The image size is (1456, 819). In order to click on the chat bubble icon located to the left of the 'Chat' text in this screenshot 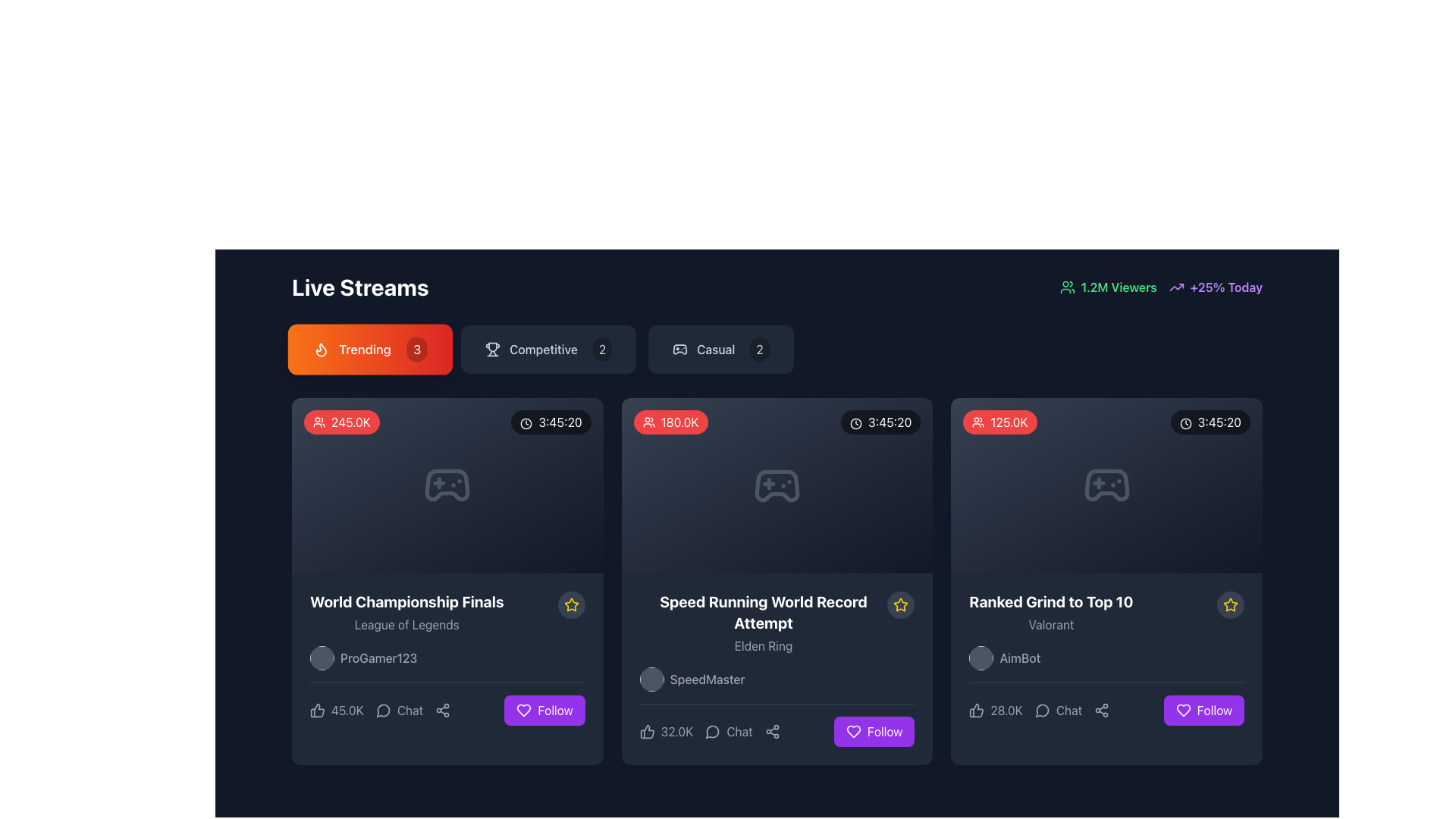, I will do `click(712, 730)`.